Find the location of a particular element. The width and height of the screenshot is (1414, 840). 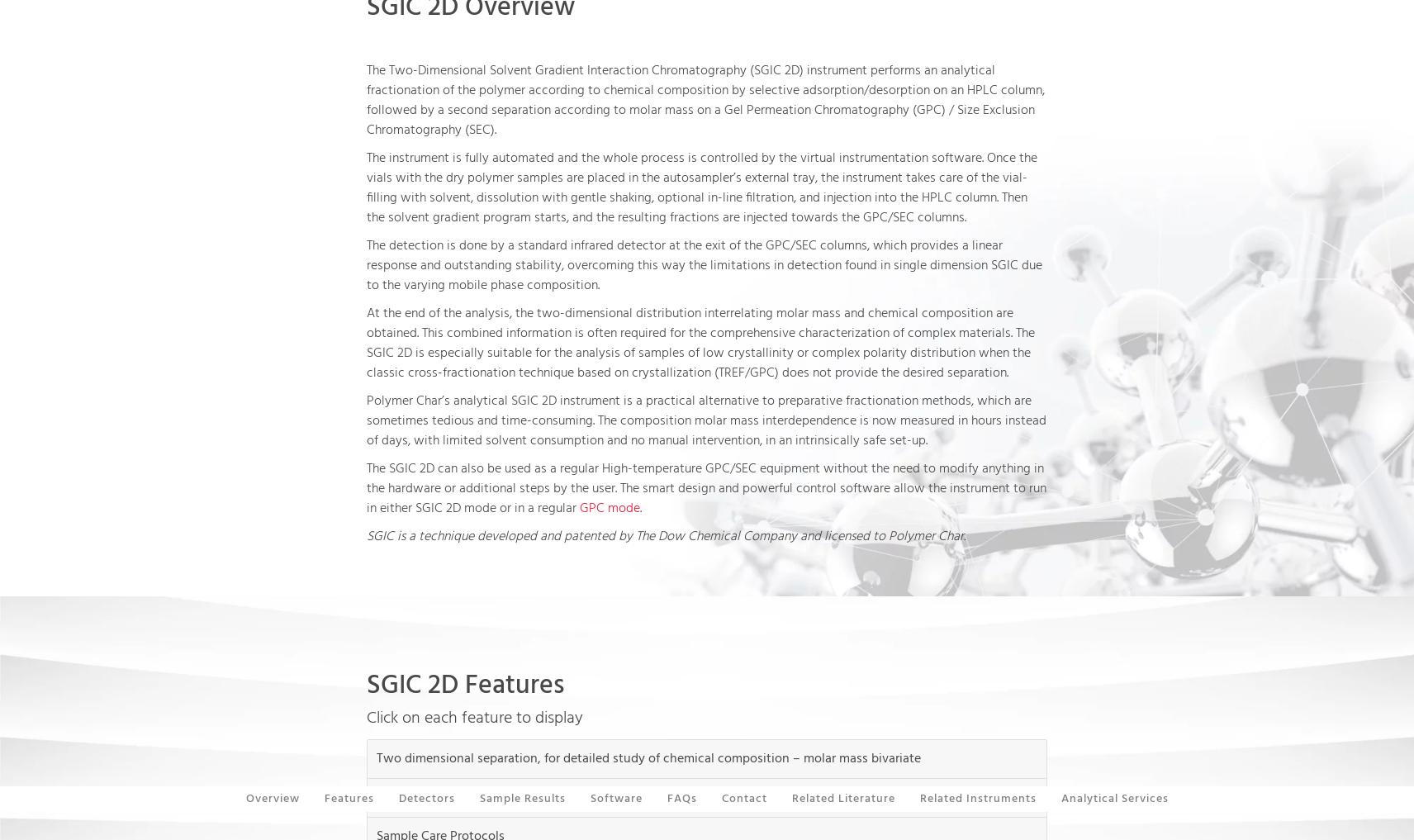

'Overview' is located at coordinates (272, 799).